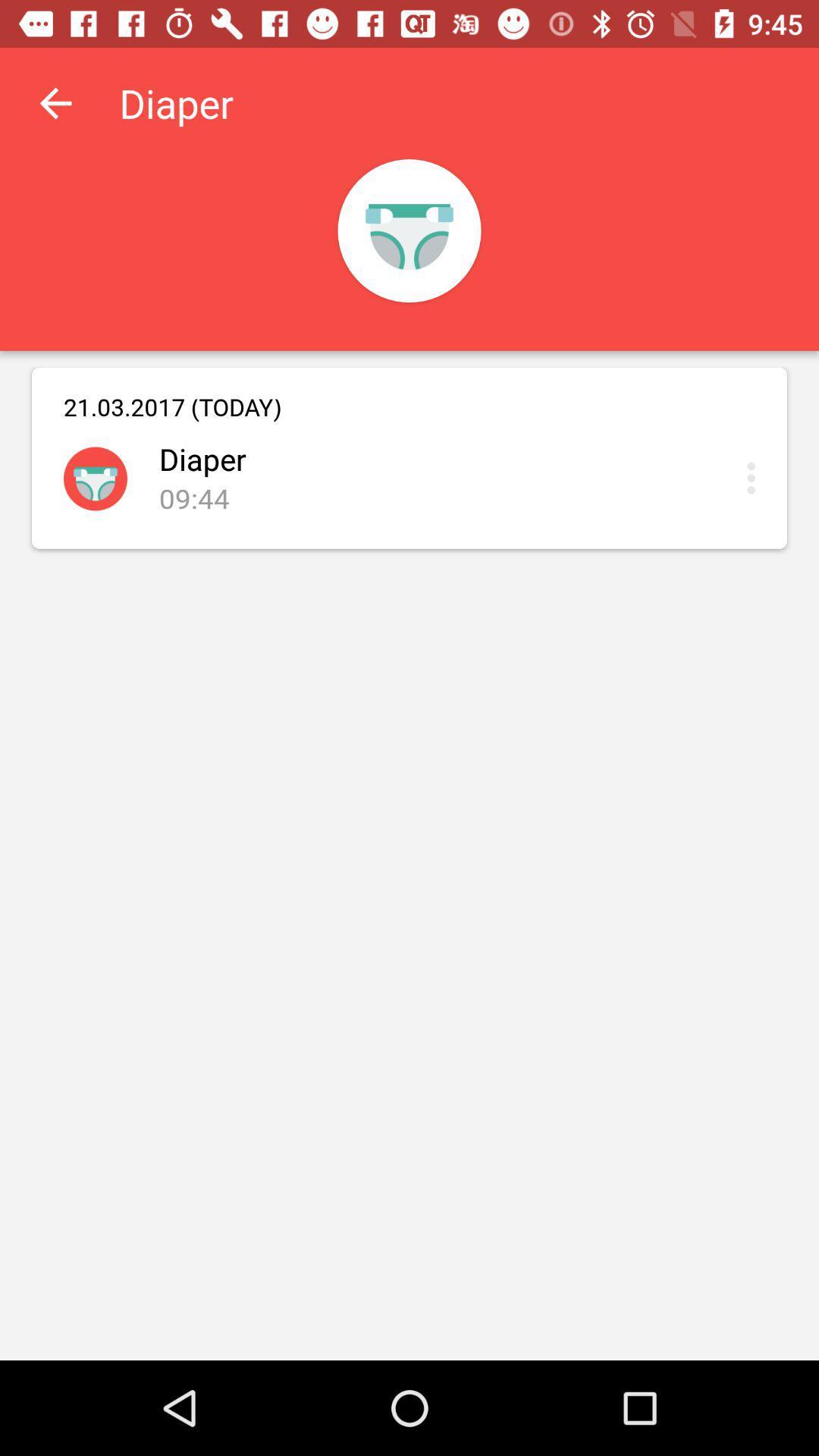 The image size is (819, 1456). Describe the element at coordinates (755, 477) in the screenshot. I see `click more options` at that location.